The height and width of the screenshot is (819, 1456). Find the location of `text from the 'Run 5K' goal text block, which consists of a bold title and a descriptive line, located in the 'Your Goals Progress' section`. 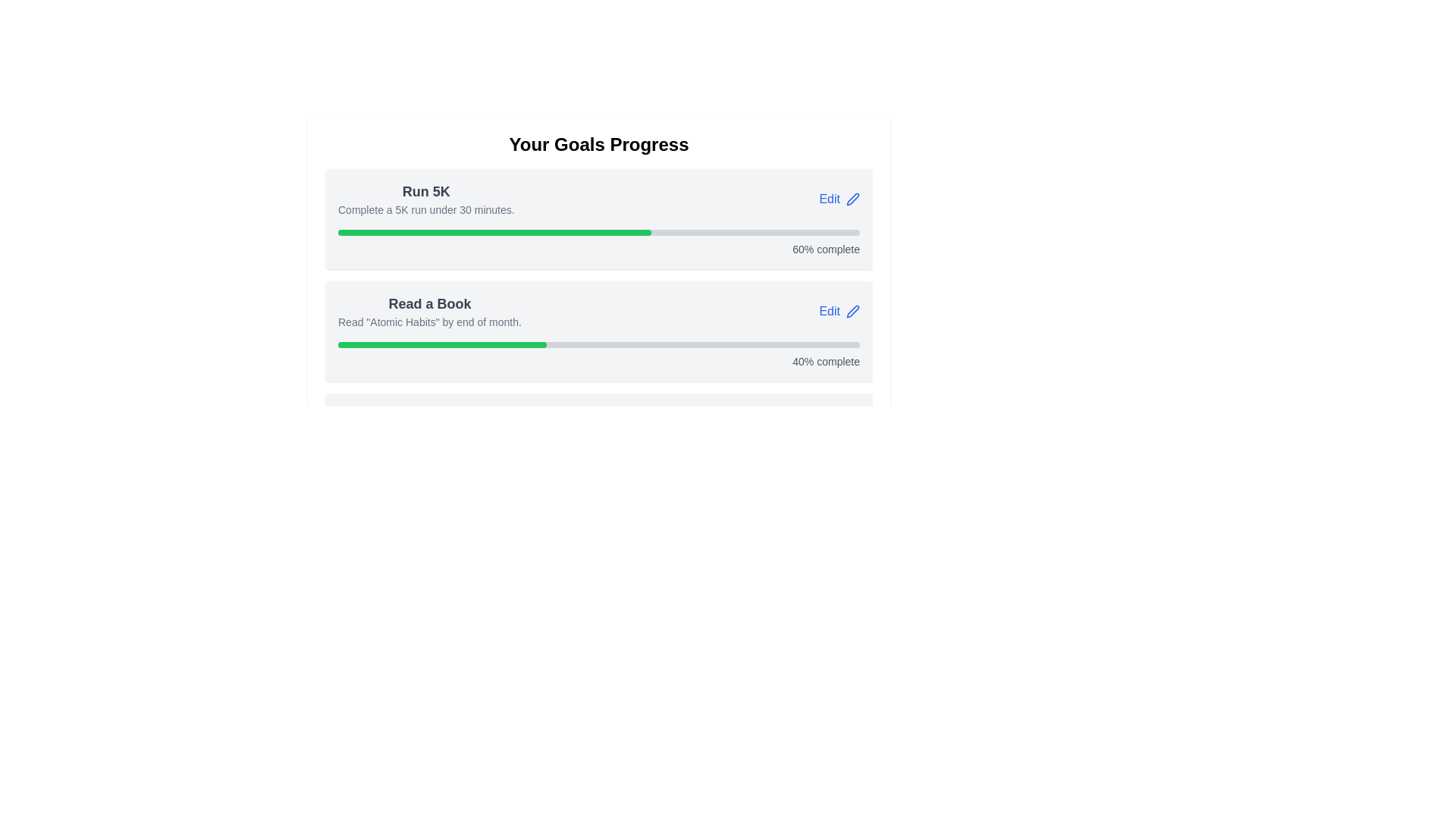

text from the 'Run 5K' goal text block, which consists of a bold title and a descriptive line, located in the 'Your Goals Progress' section is located at coordinates (425, 198).